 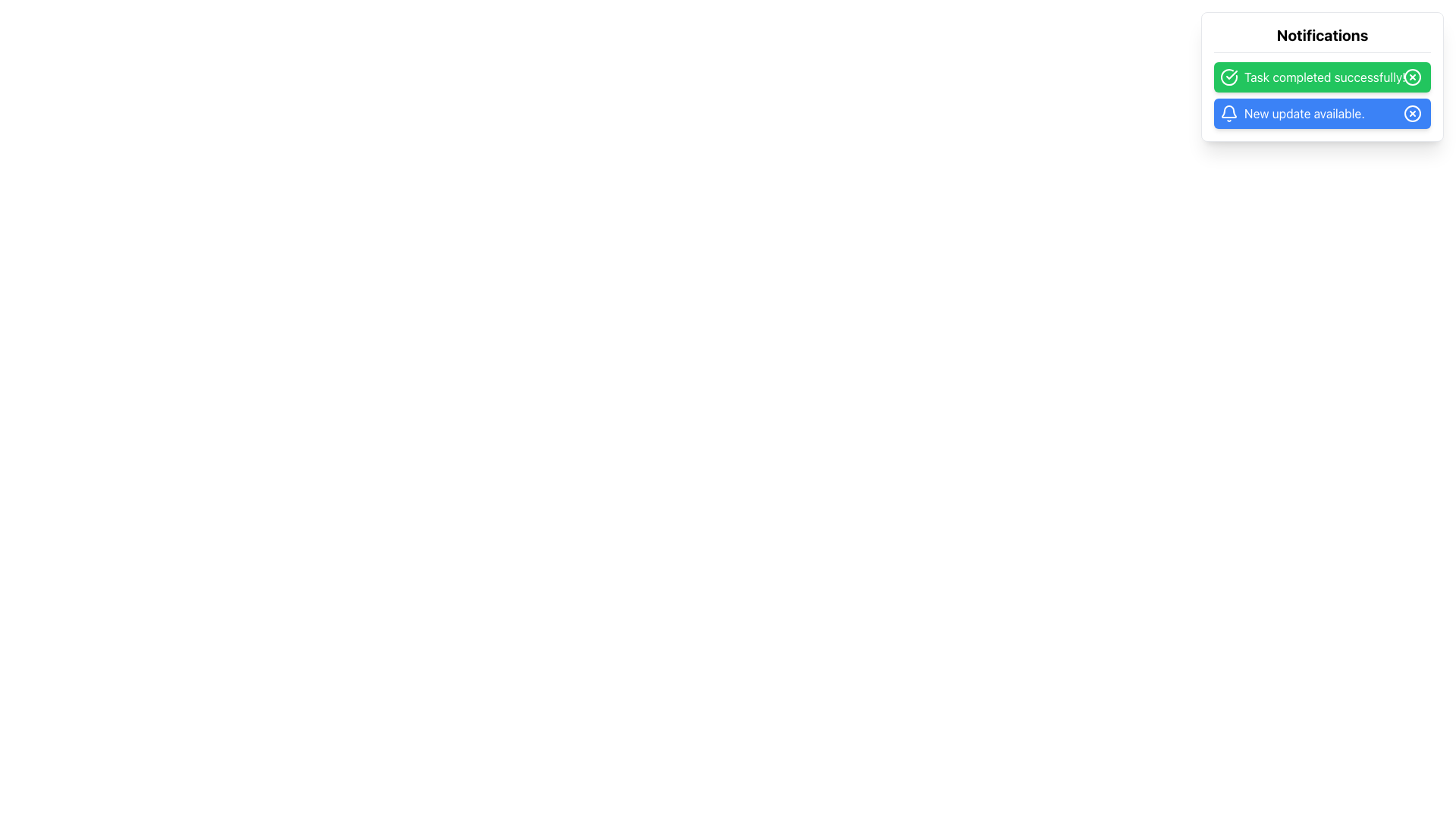 What do you see at coordinates (1321, 77) in the screenshot?
I see `the close button on the topmost Notification Bar` at bounding box center [1321, 77].